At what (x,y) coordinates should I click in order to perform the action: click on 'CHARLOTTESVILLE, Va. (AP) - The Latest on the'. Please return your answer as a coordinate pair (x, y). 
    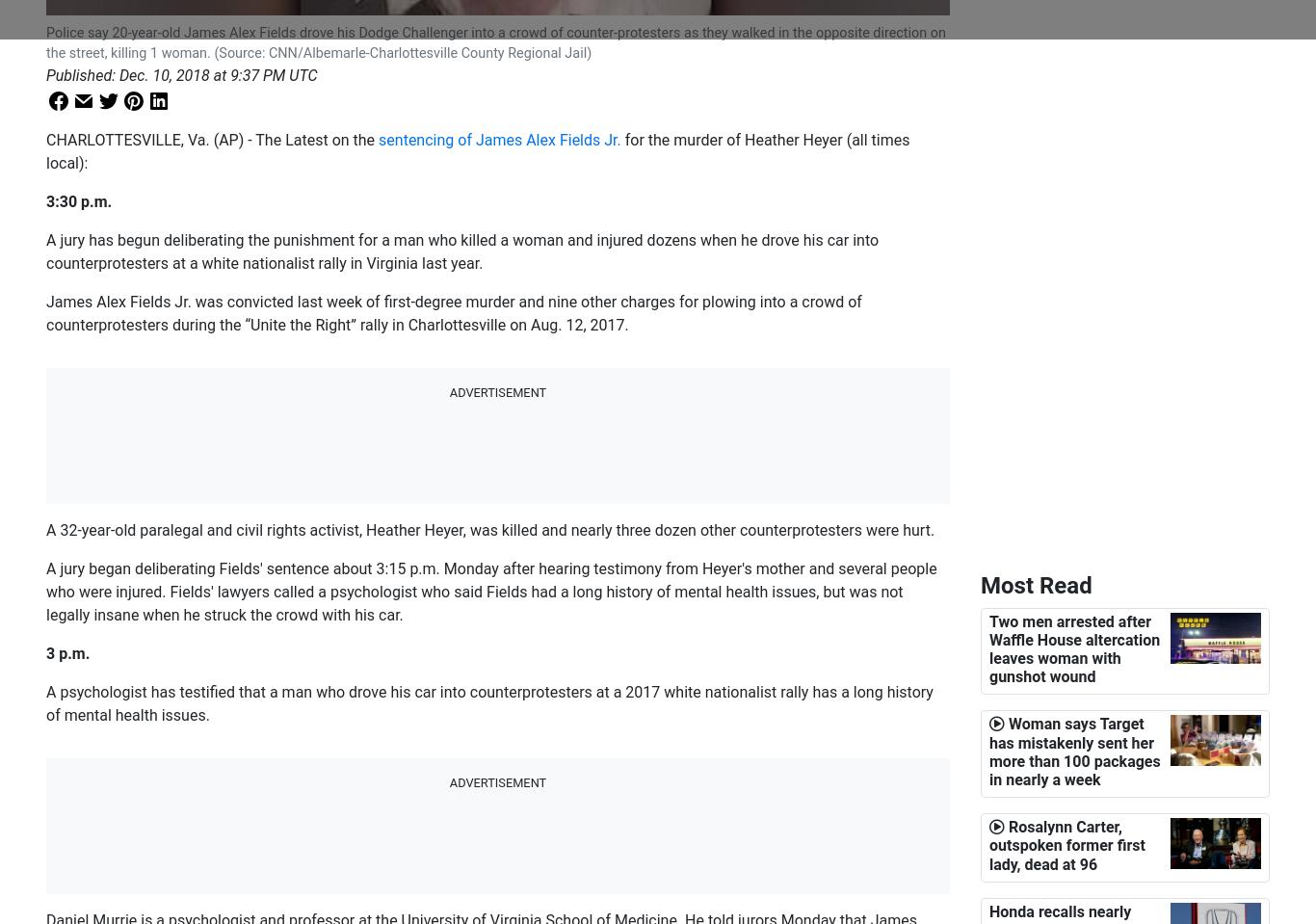
    Looking at the image, I should click on (211, 138).